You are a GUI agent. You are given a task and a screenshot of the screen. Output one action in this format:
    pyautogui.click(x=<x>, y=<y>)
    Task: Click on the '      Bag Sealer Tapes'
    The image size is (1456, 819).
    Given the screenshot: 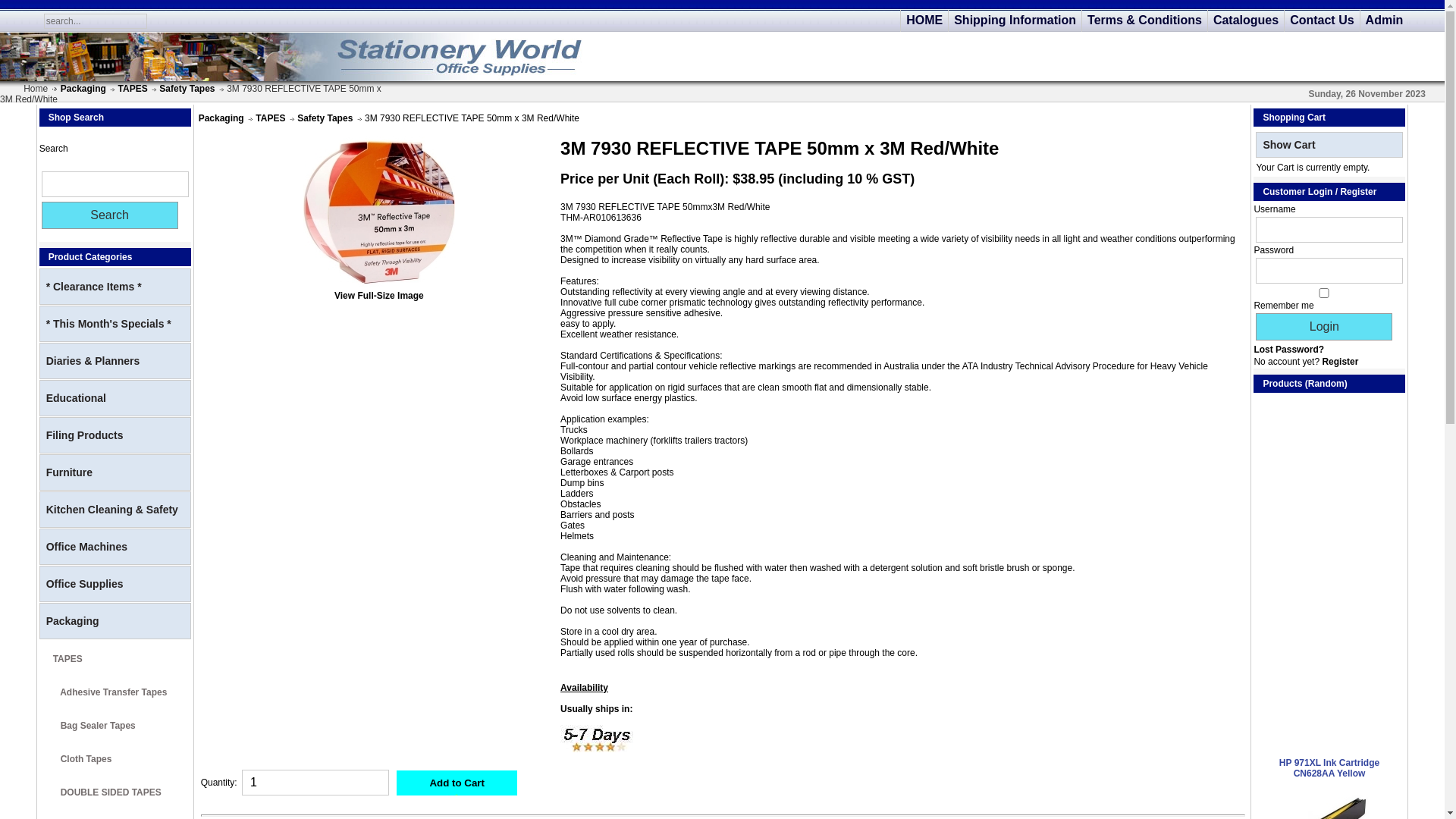 What is the action you would take?
    pyautogui.click(x=115, y=723)
    